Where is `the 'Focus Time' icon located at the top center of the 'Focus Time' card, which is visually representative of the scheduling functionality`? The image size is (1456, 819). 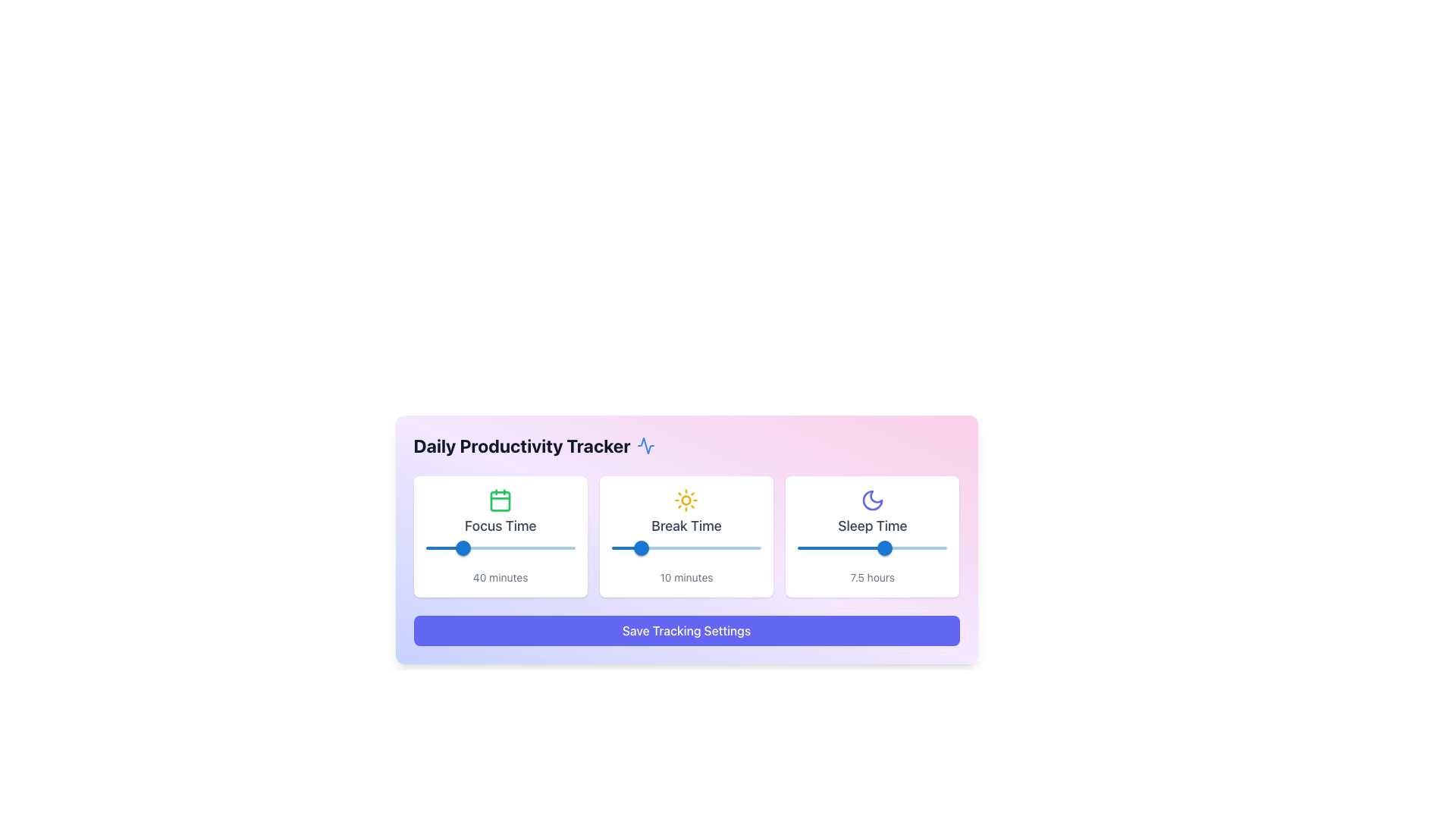 the 'Focus Time' icon located at the top center of the 'Focus Time' card, which is visually representative of the scheduling functionality is located at coordinates (500, 500).